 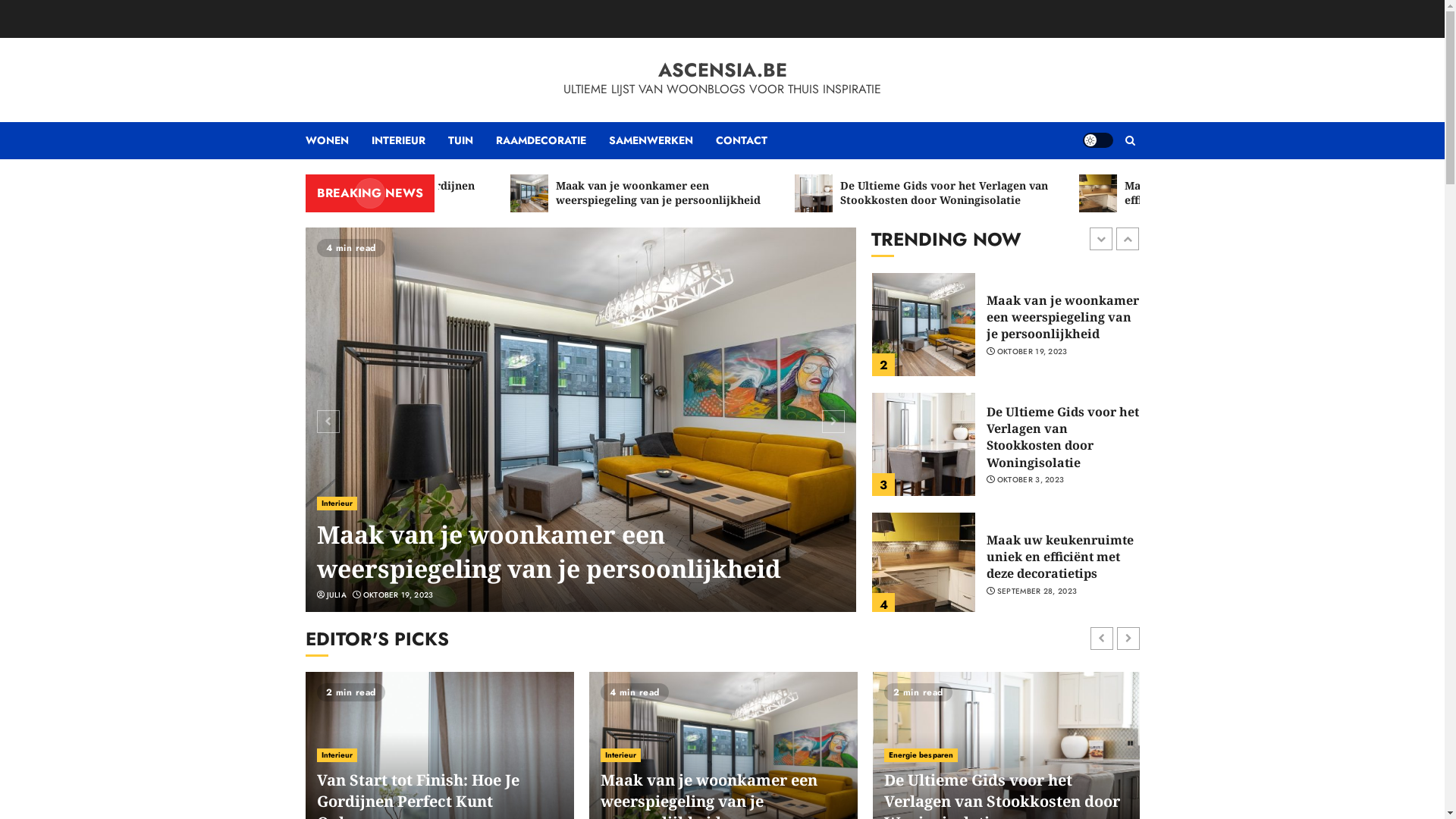 What do you see at coordinates (337, 503) in the screenshot?
I see `'Interieur'` at bounding box center [337, 503].